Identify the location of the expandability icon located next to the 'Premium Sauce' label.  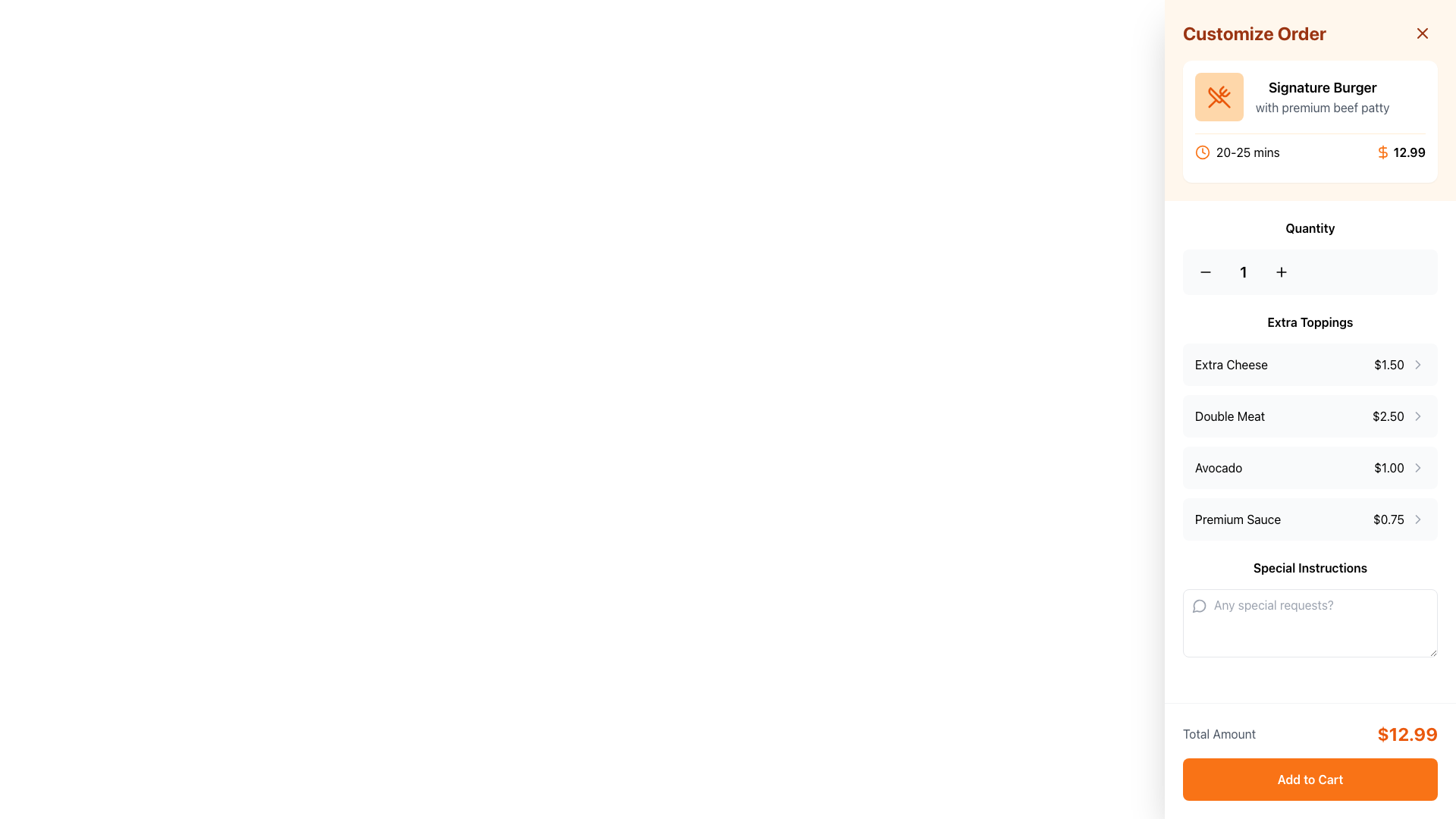
(1417, 519).